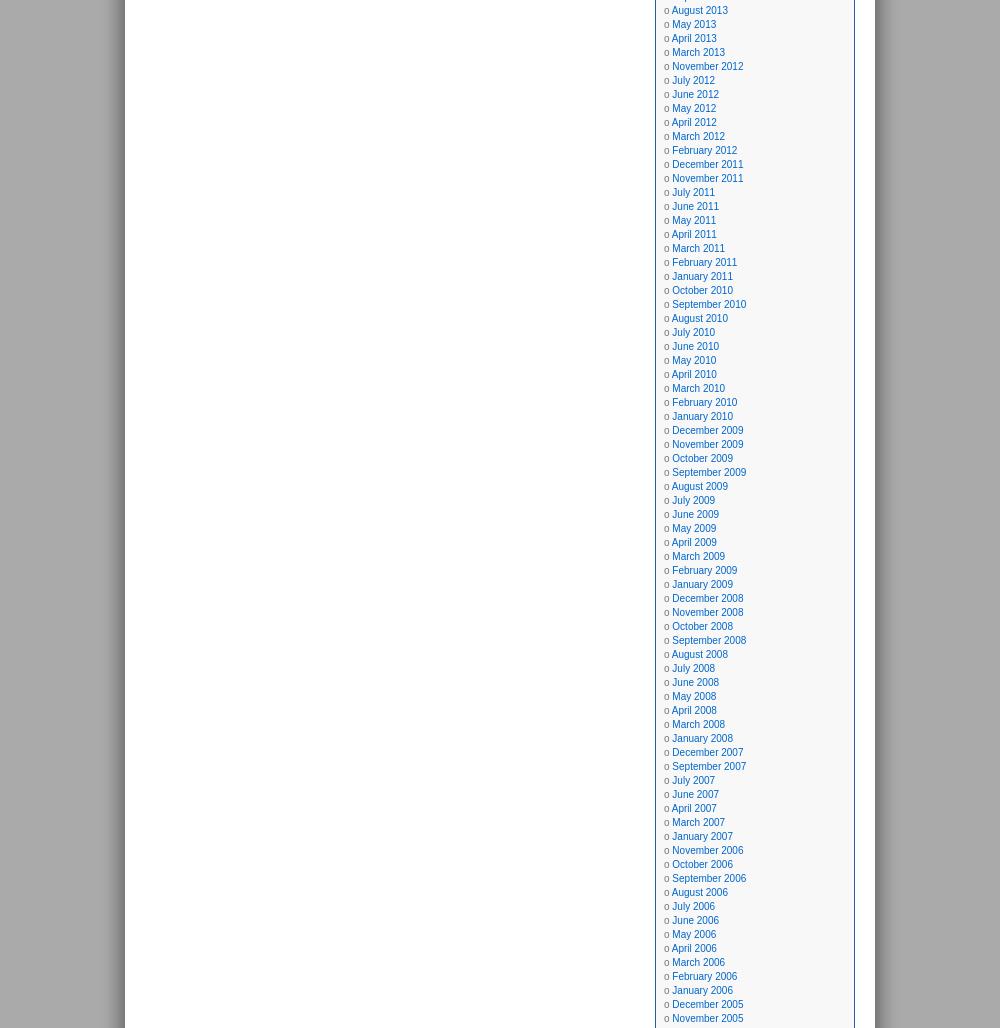 Image resolution: width=1000 pixels, height=1028 pixels. Describe the element at coordinates (692, 121) in the screenshot. I see `'April 2012'` at that location.